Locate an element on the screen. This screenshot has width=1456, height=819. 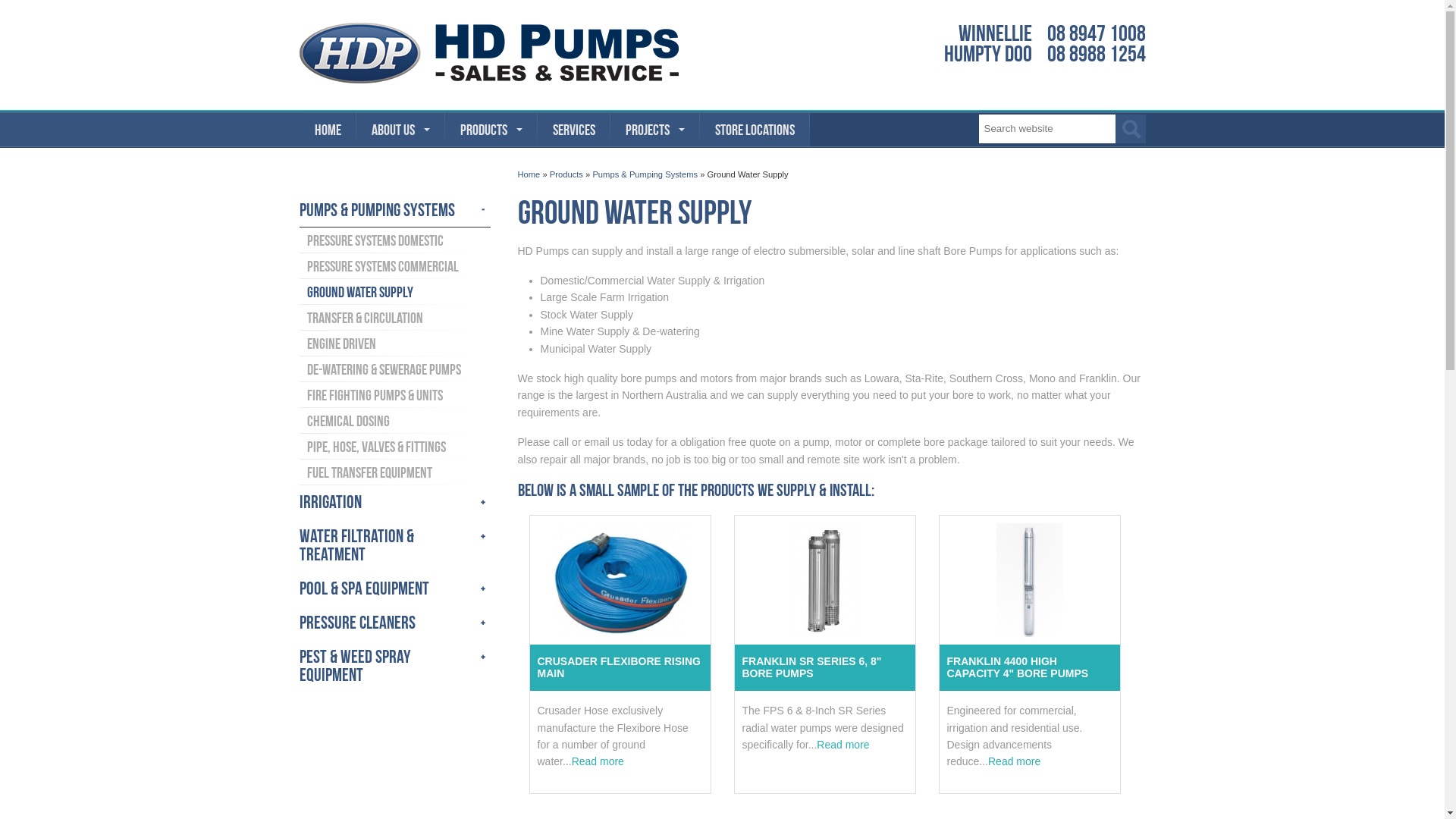
'FRANKLIN SR SERIES 6, 8" BORE PUMPS' is located at coordinates (734, 667).